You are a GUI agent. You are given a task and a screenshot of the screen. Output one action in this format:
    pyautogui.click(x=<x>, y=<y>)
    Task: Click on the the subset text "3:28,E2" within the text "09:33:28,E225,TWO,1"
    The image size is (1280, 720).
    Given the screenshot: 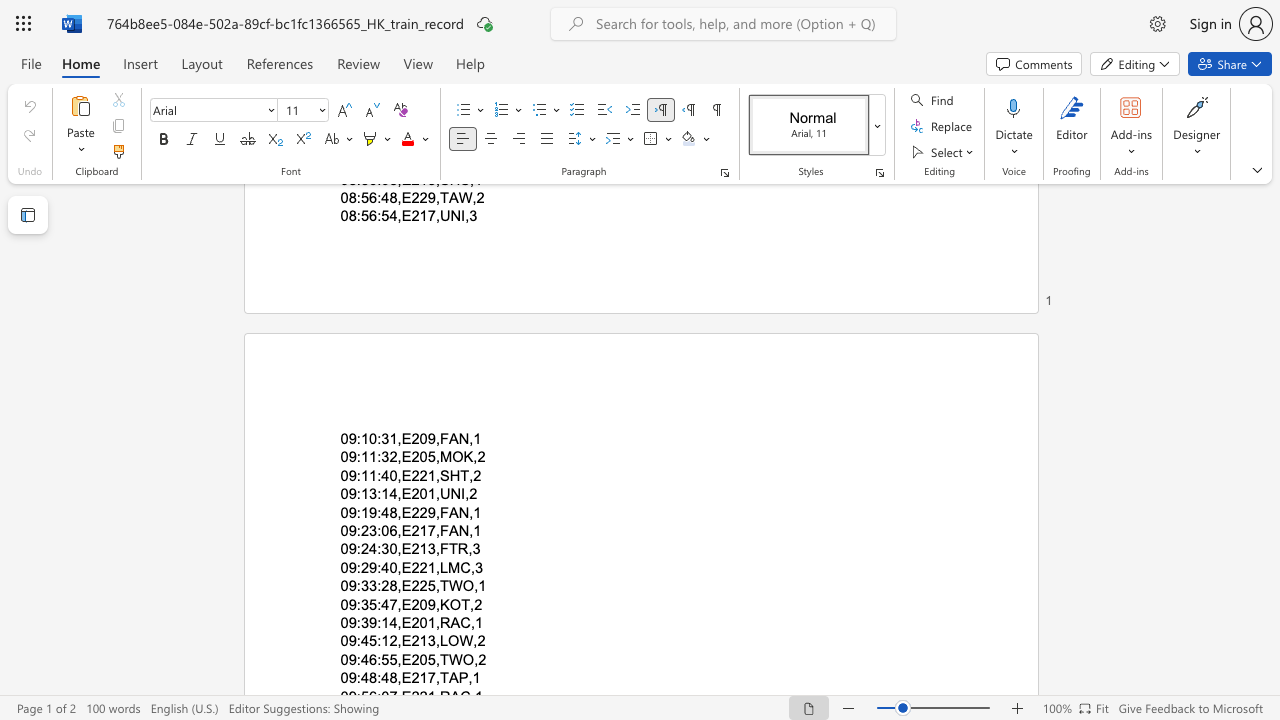 What is the action you would take?
    pyautogui.click(x=369, y=585)
    